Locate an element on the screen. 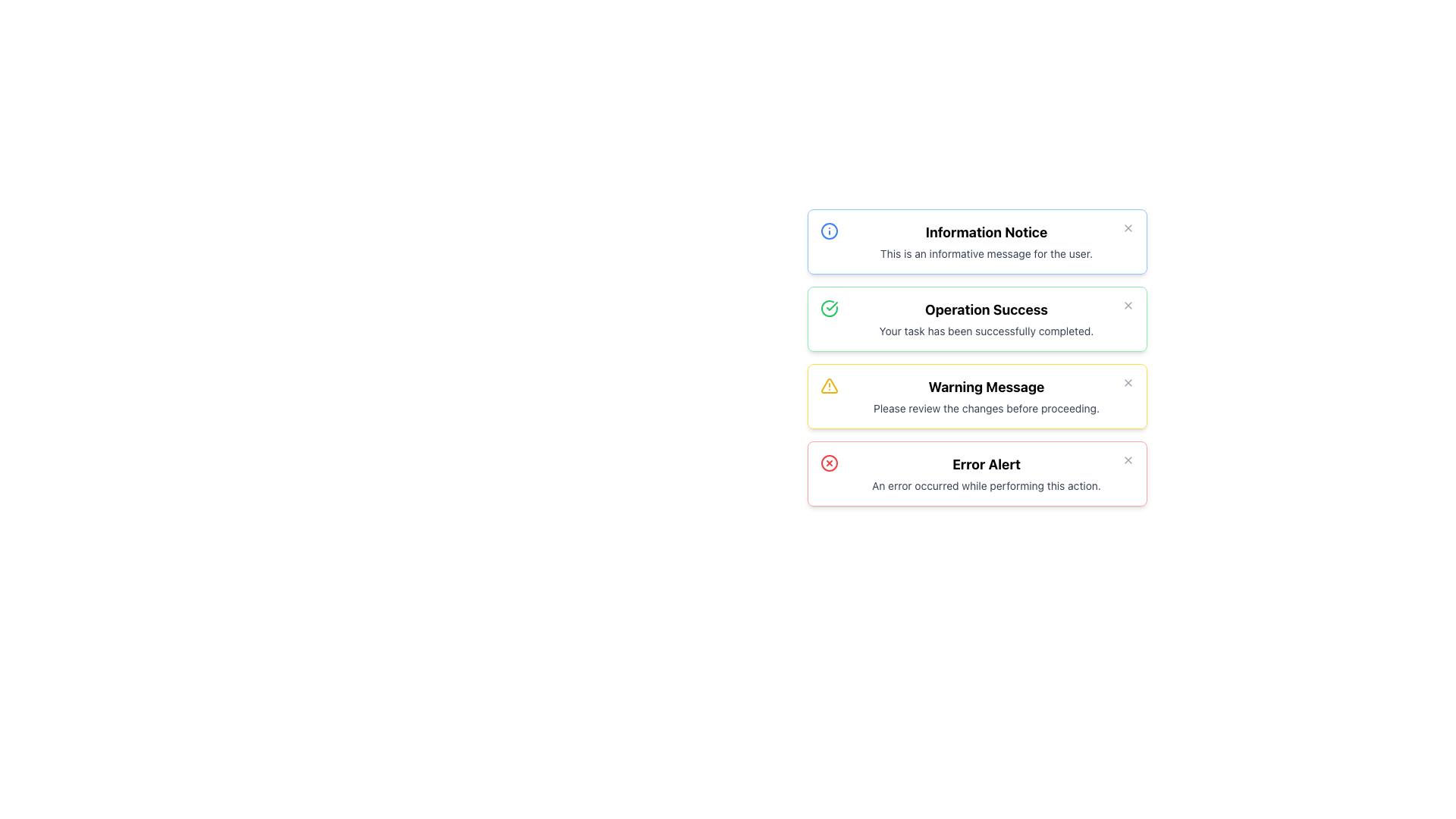  the first notification card in the notification area to focus on it is located at coordinates (977, 241).